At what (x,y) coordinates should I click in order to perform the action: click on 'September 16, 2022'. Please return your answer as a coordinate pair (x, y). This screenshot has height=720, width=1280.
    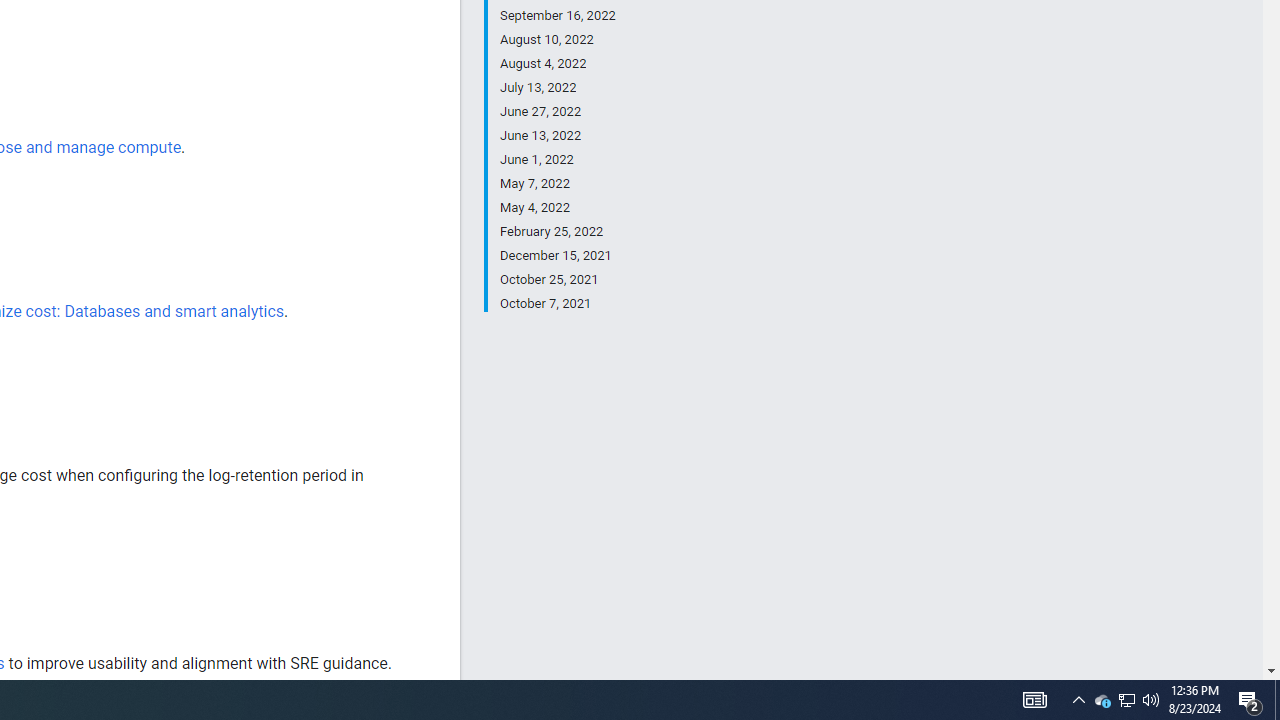
    Looking at the image, I should click on (557, 16).